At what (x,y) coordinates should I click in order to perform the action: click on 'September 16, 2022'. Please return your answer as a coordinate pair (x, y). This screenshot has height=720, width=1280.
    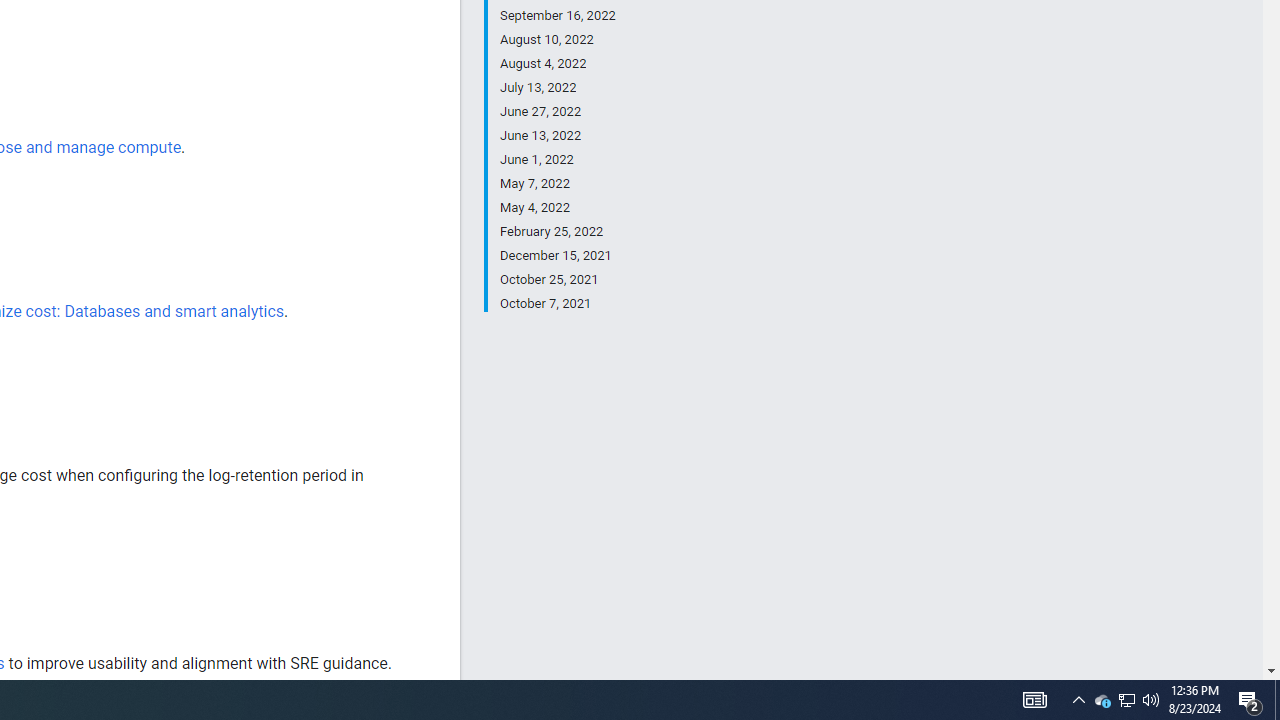
    Looking at the image, I should click on (557, 16).